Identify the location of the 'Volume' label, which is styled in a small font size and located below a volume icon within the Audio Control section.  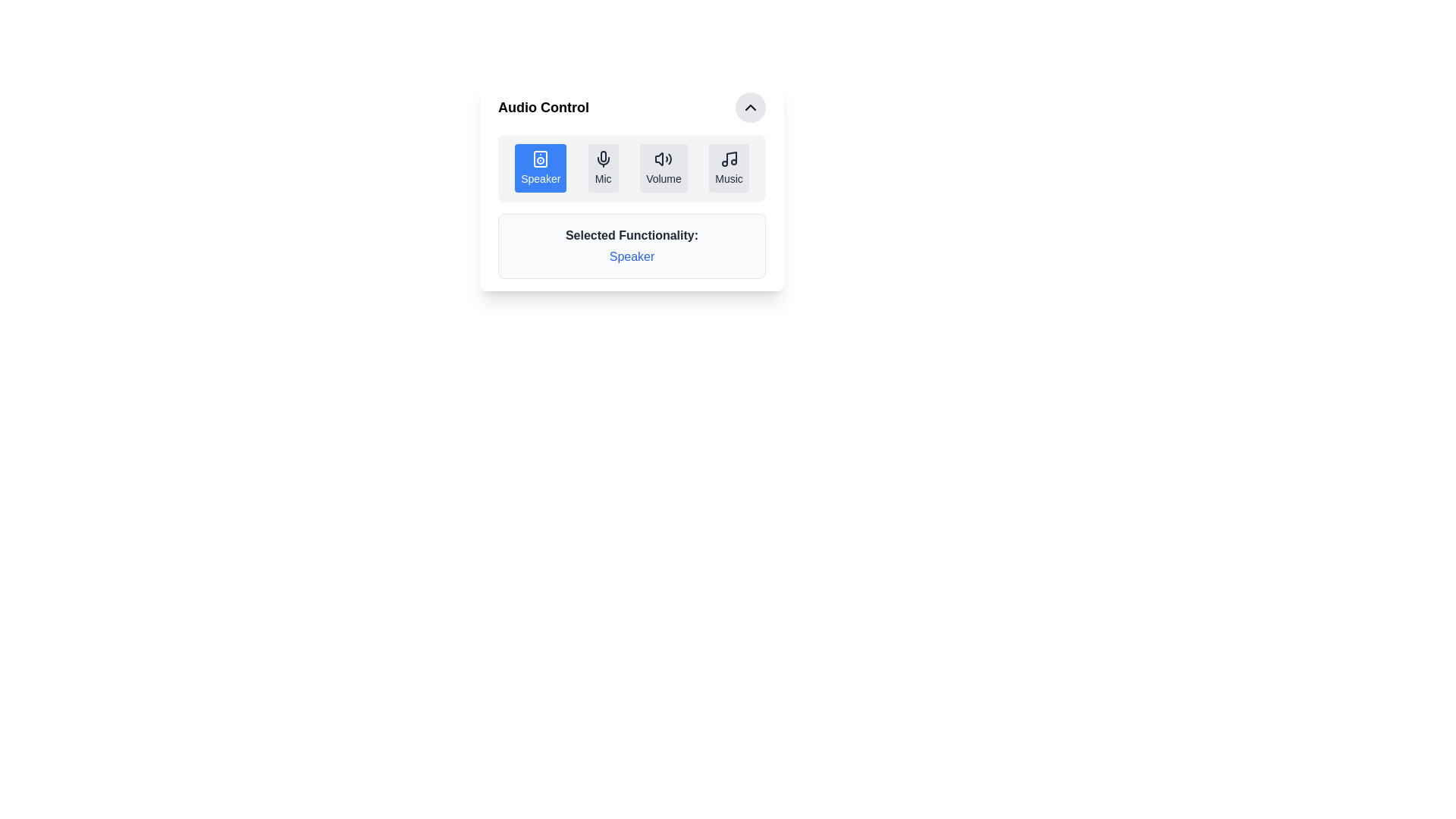
(664, 177).